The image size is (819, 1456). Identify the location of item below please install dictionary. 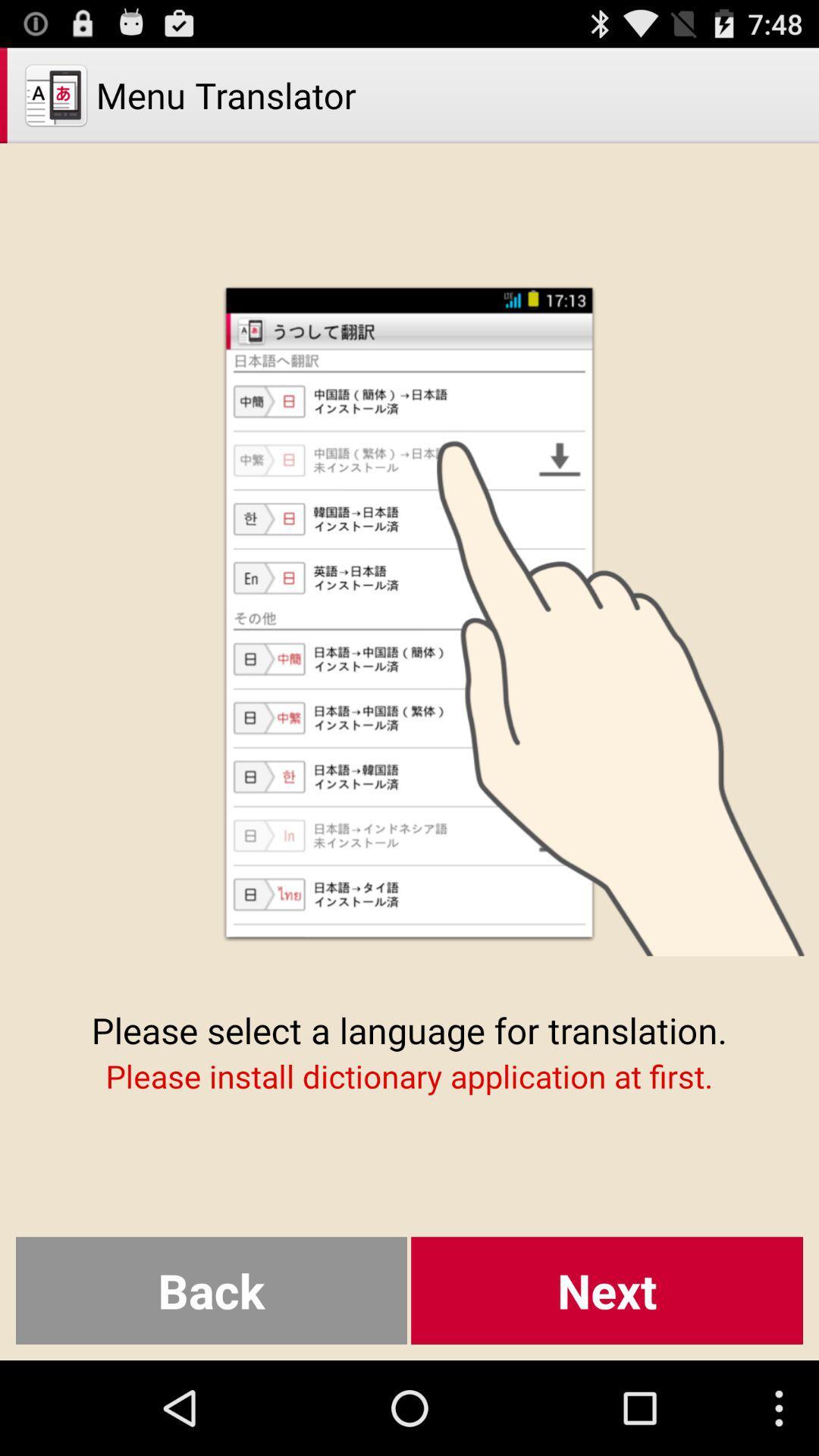
(606, 1290).